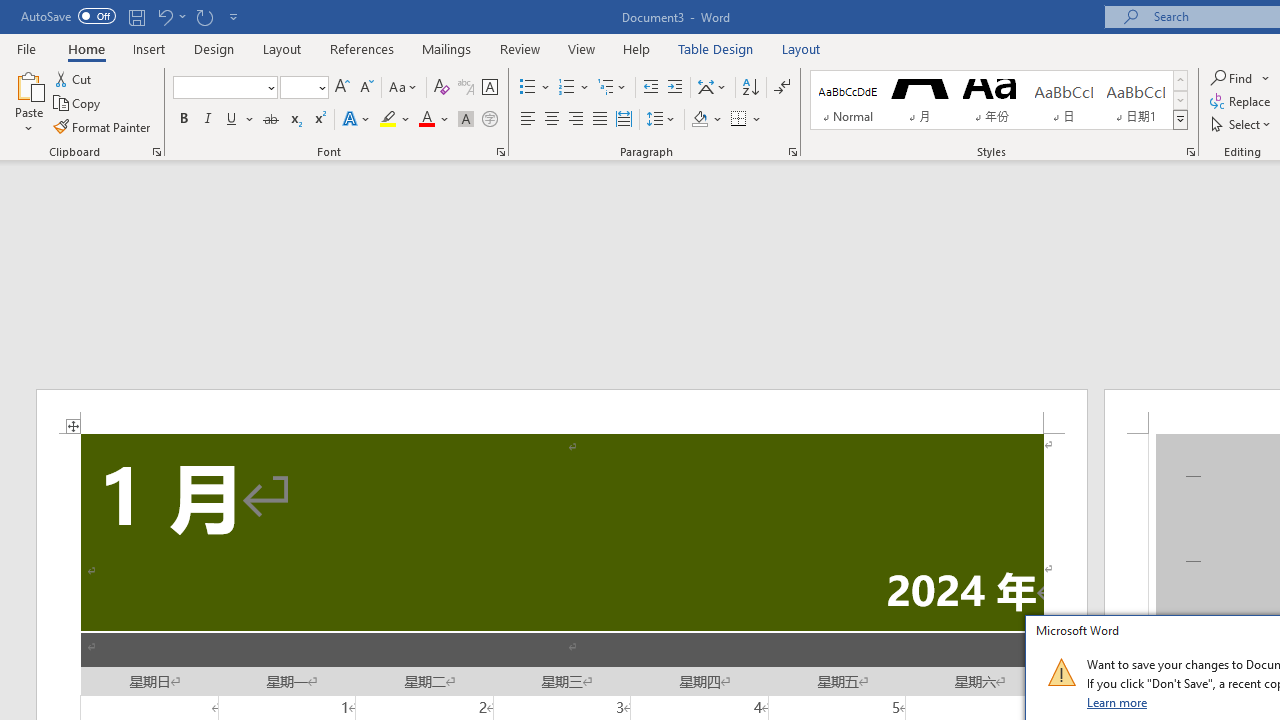  I want to click on 'Mailings', so click(446, 48).